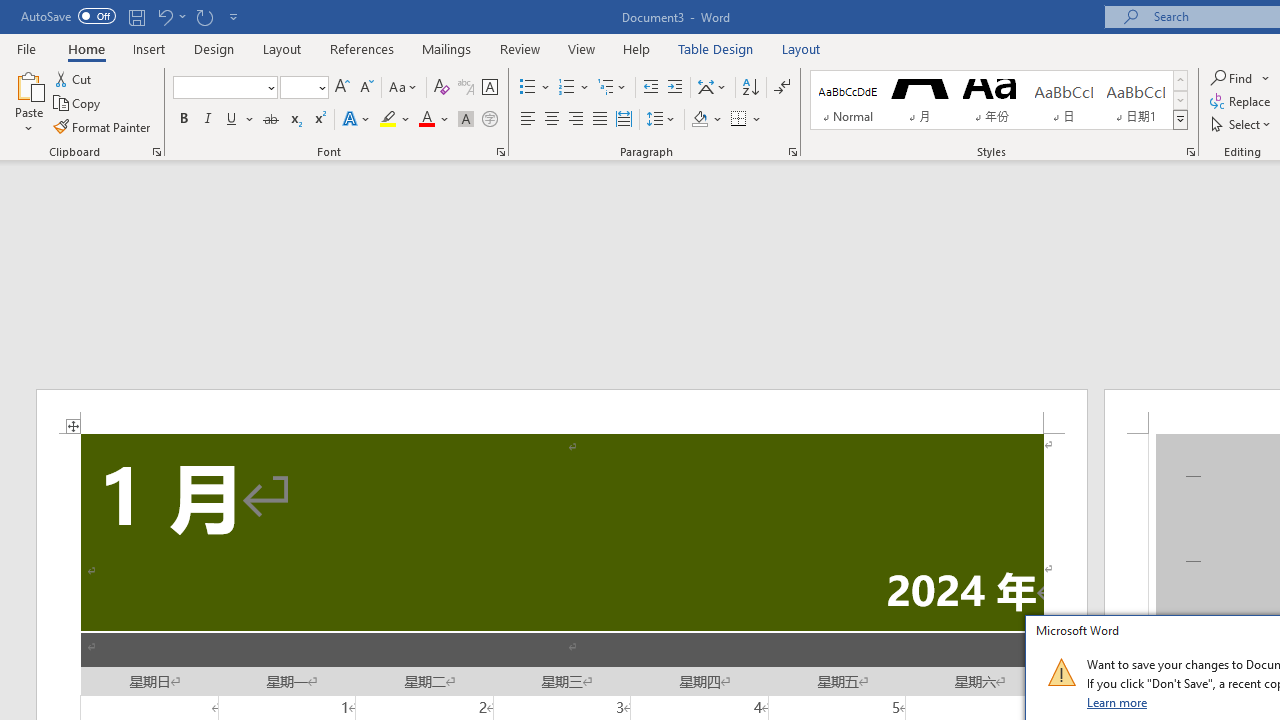  I want to click on 'Mailings', so click(446, 48).